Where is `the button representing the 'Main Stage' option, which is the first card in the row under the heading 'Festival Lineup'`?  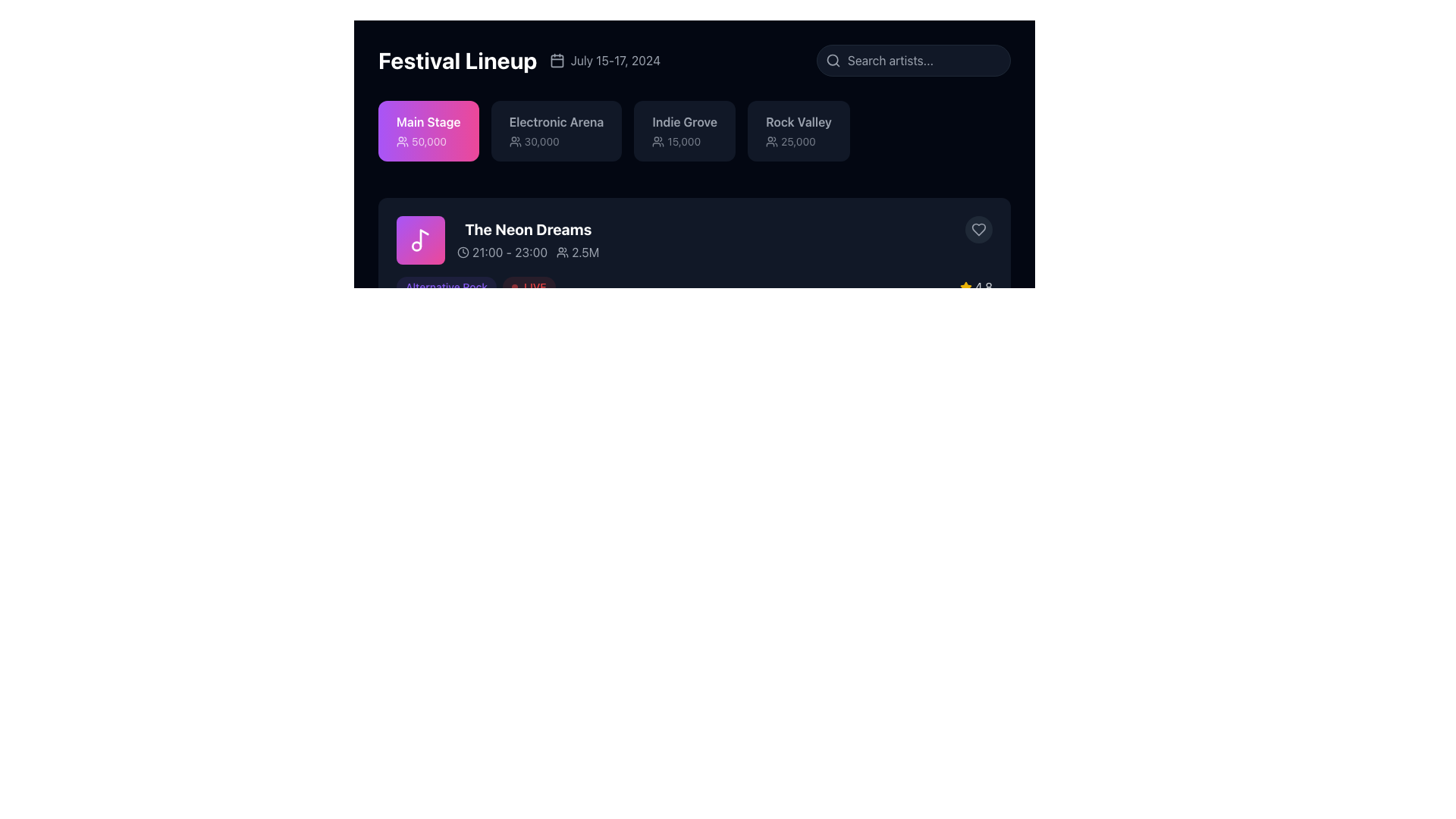 the button representing the 'Main Stage' option, which is the first card in the row under the heading 'Festival Lineup' is located at coordinates (428, 130).